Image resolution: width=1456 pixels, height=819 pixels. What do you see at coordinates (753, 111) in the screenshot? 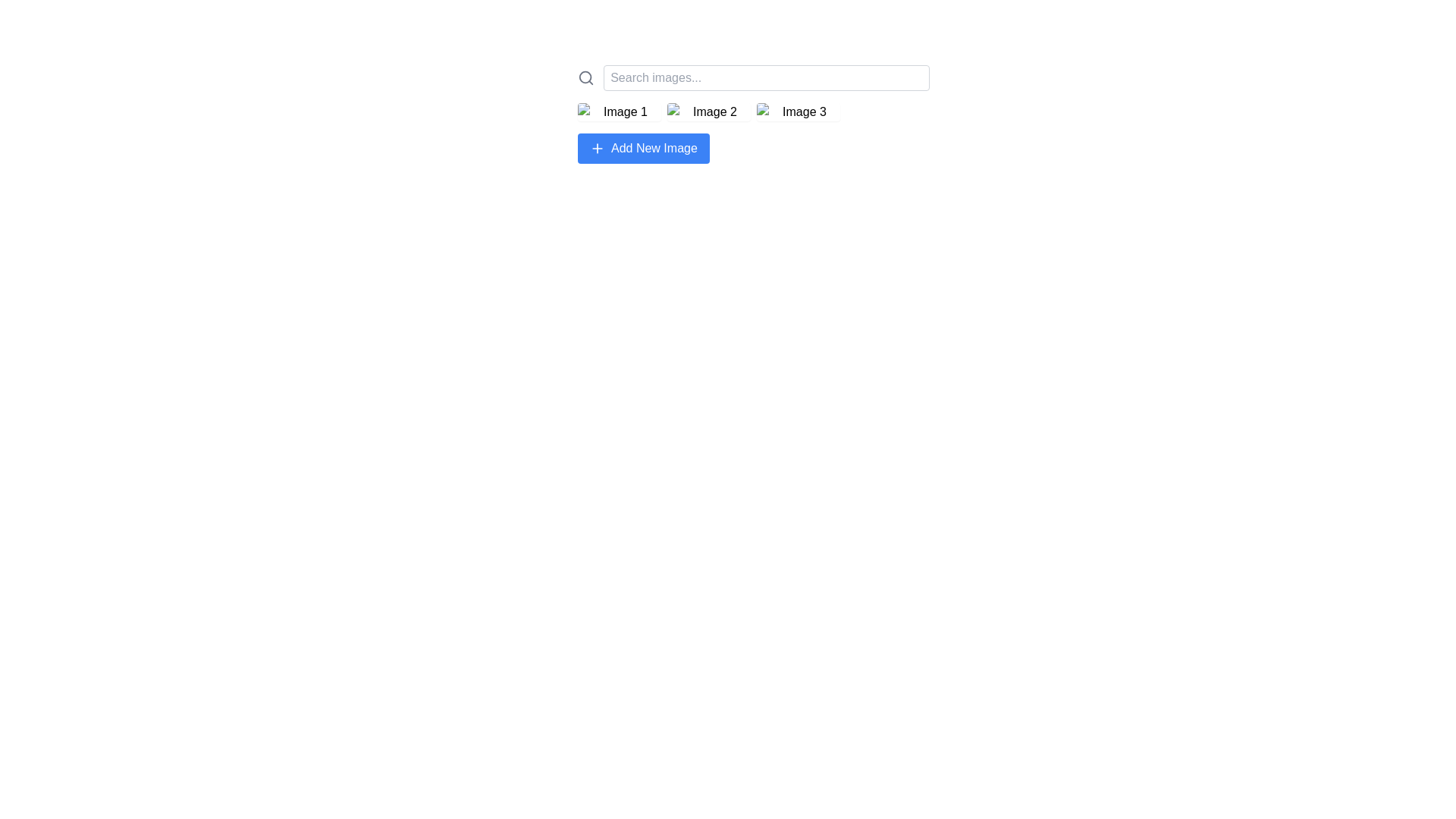
I see `the Grid Layout containing sections labeled 'Image 1', 'Image 2', and 'Image 3'` at bounding box center [753, 111].